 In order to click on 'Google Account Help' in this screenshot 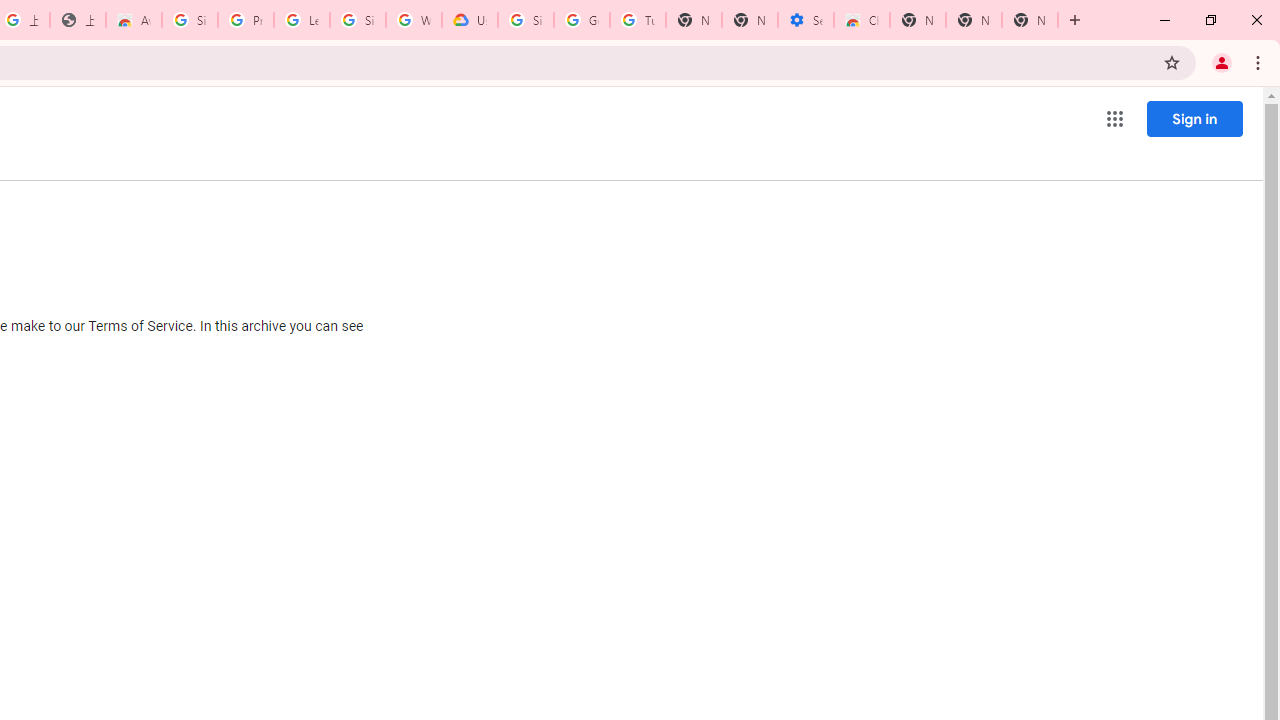, I will do `click(581, 20)`.